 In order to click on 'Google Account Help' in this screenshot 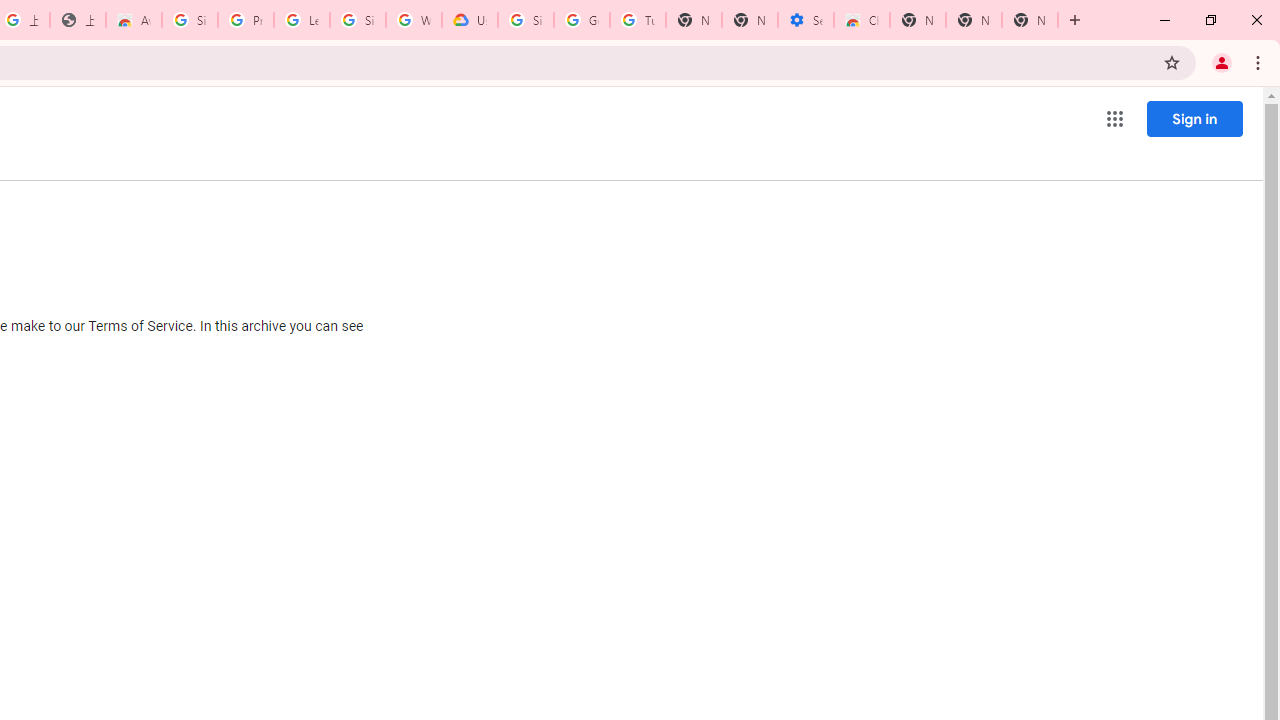, I will do `click(581, 20)`.